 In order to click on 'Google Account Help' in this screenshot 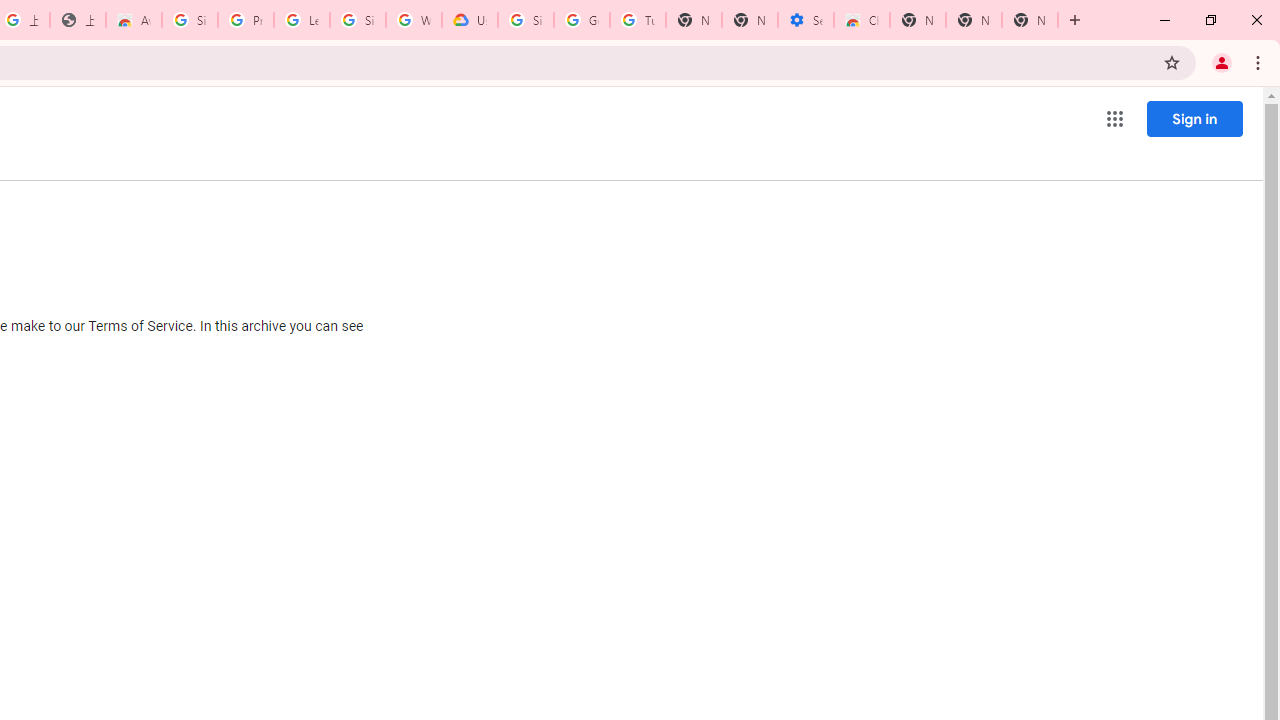, I will do `click(581, 20)`.